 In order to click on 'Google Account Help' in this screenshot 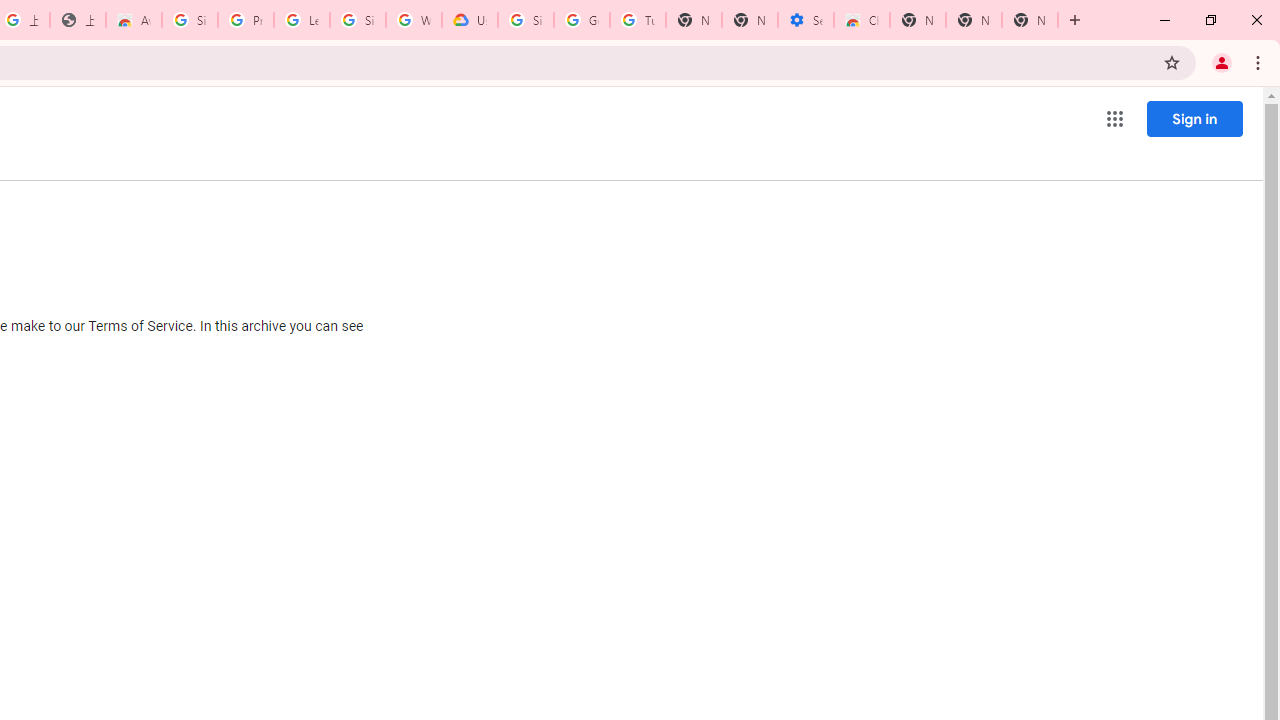, I will do `click(581, 20)`.